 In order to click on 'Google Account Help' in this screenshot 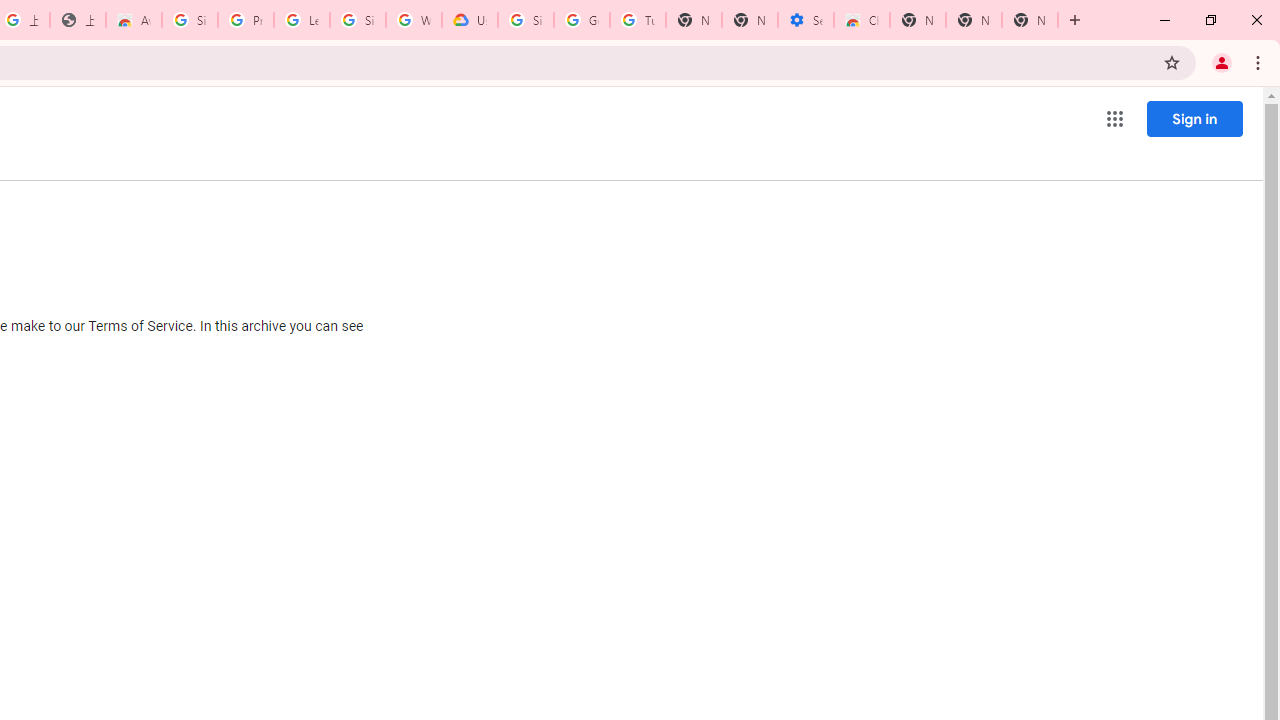, I will do `click(581, 20)`.